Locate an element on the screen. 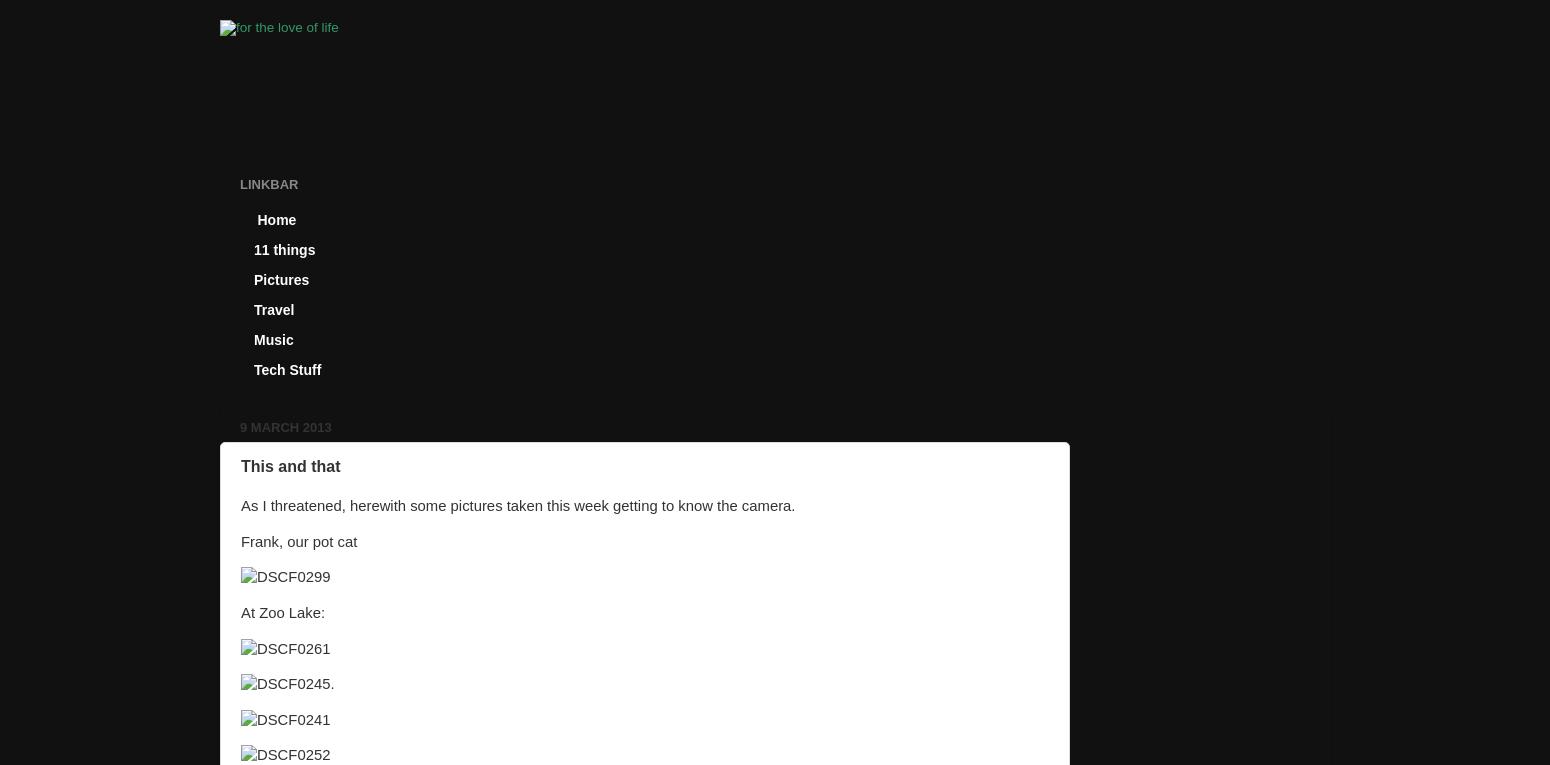 The height and width of the screenshot is (765, 1550). 'Frank, our pot cat' is located at coordinates (298, 540).